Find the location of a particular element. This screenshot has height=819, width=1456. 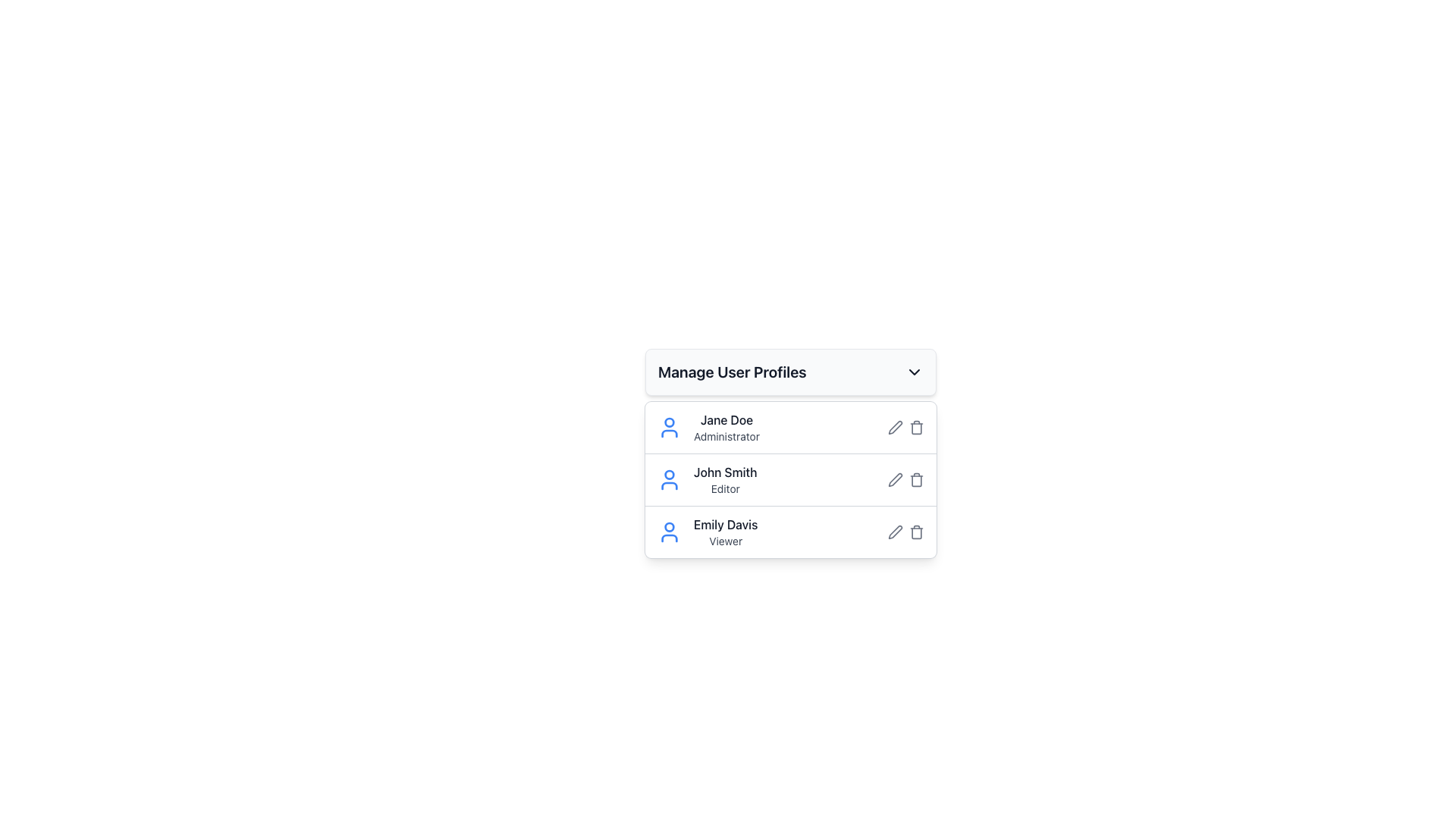

the text label displaying the username 'Jane Doe', which identifies the user as 'Administrator' in the 'Manage User Profiles' dropdown menu is located at coordinates (726, 420).